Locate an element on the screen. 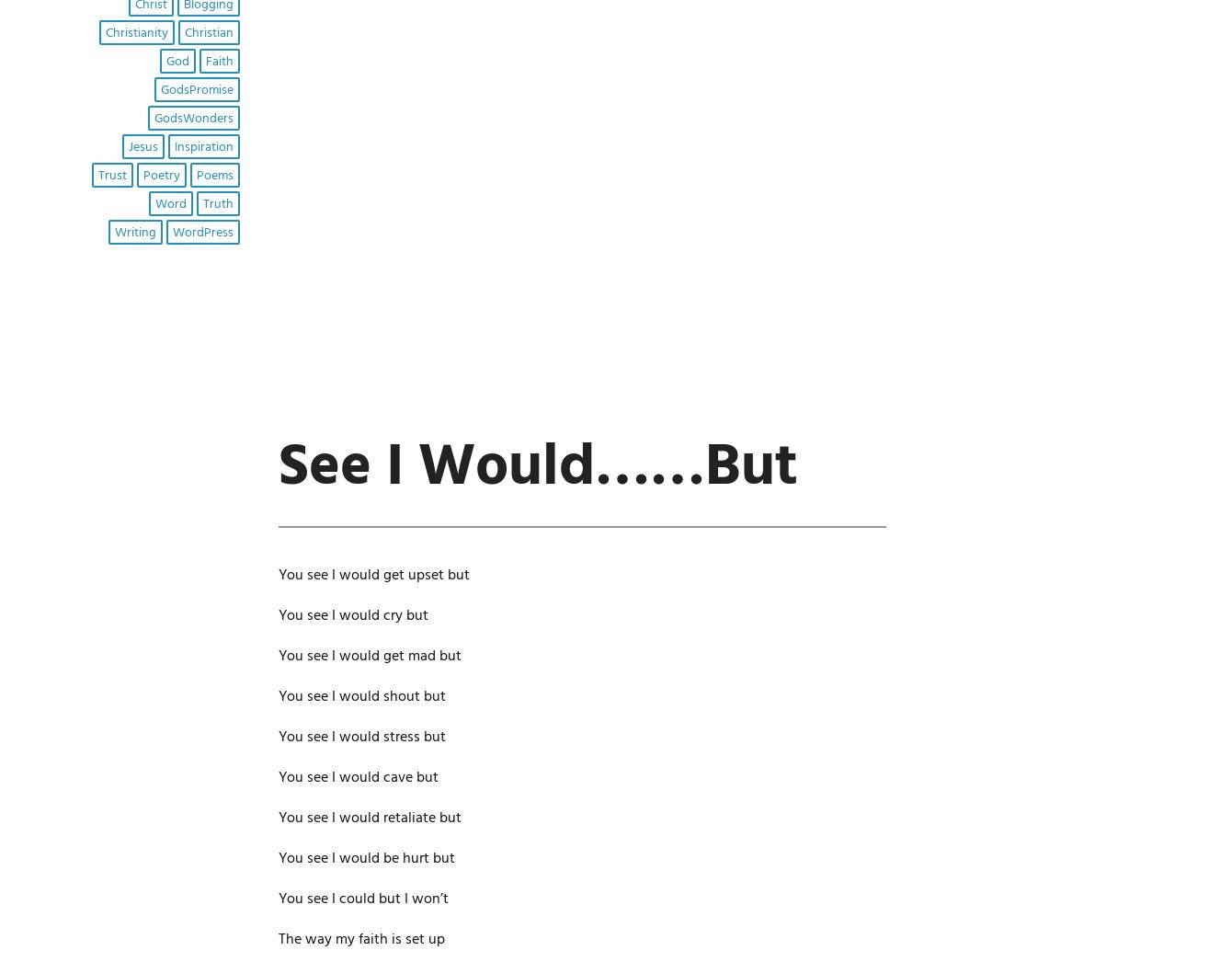 This screenshot has width=1232, height=962. 'You see I could but I won’t' is located at coordinates (362, 897).